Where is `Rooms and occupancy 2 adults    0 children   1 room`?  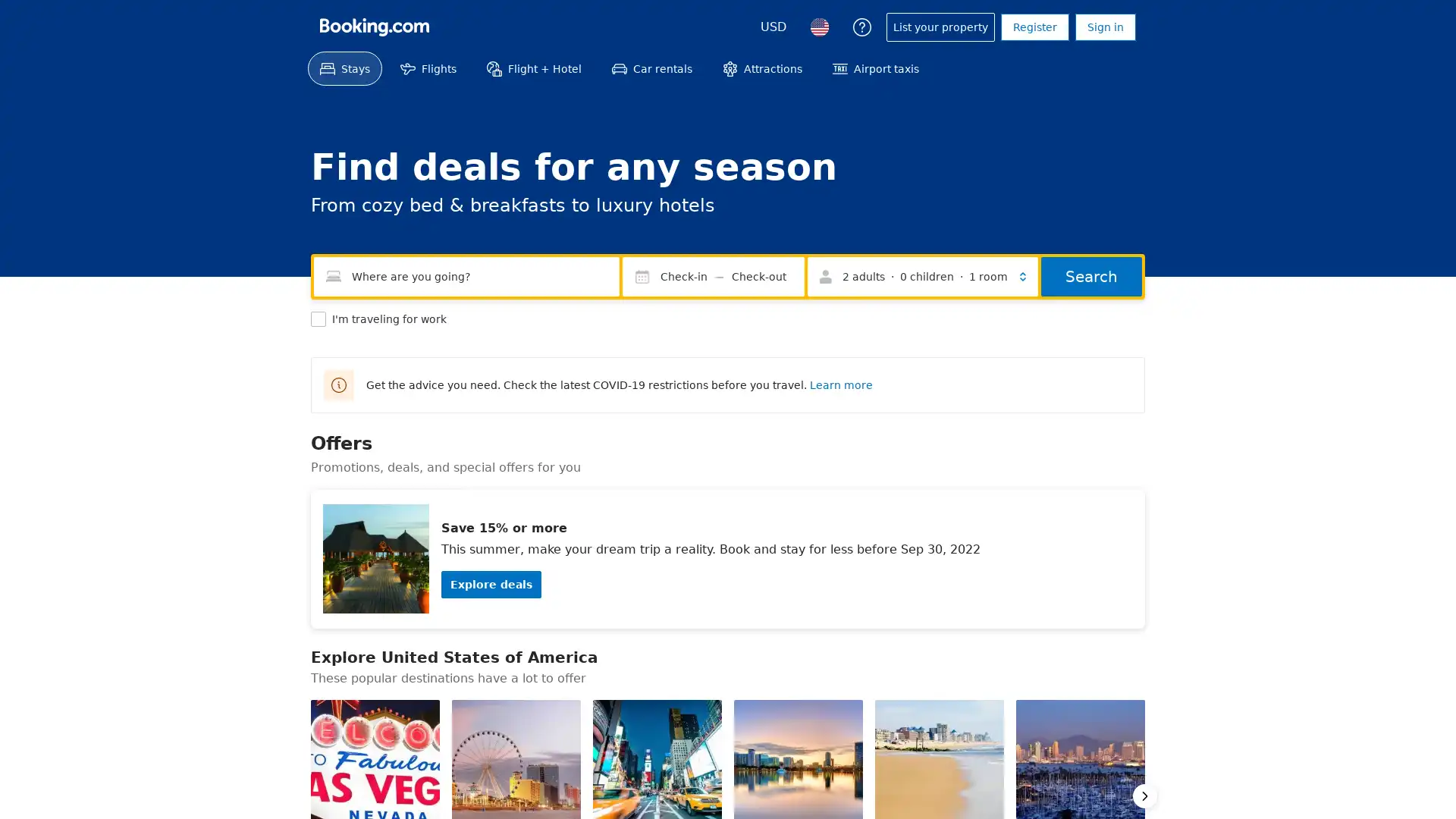 Rooms and occupancy 2 adults    0 children   1 room is located at coordinates (922, 277).